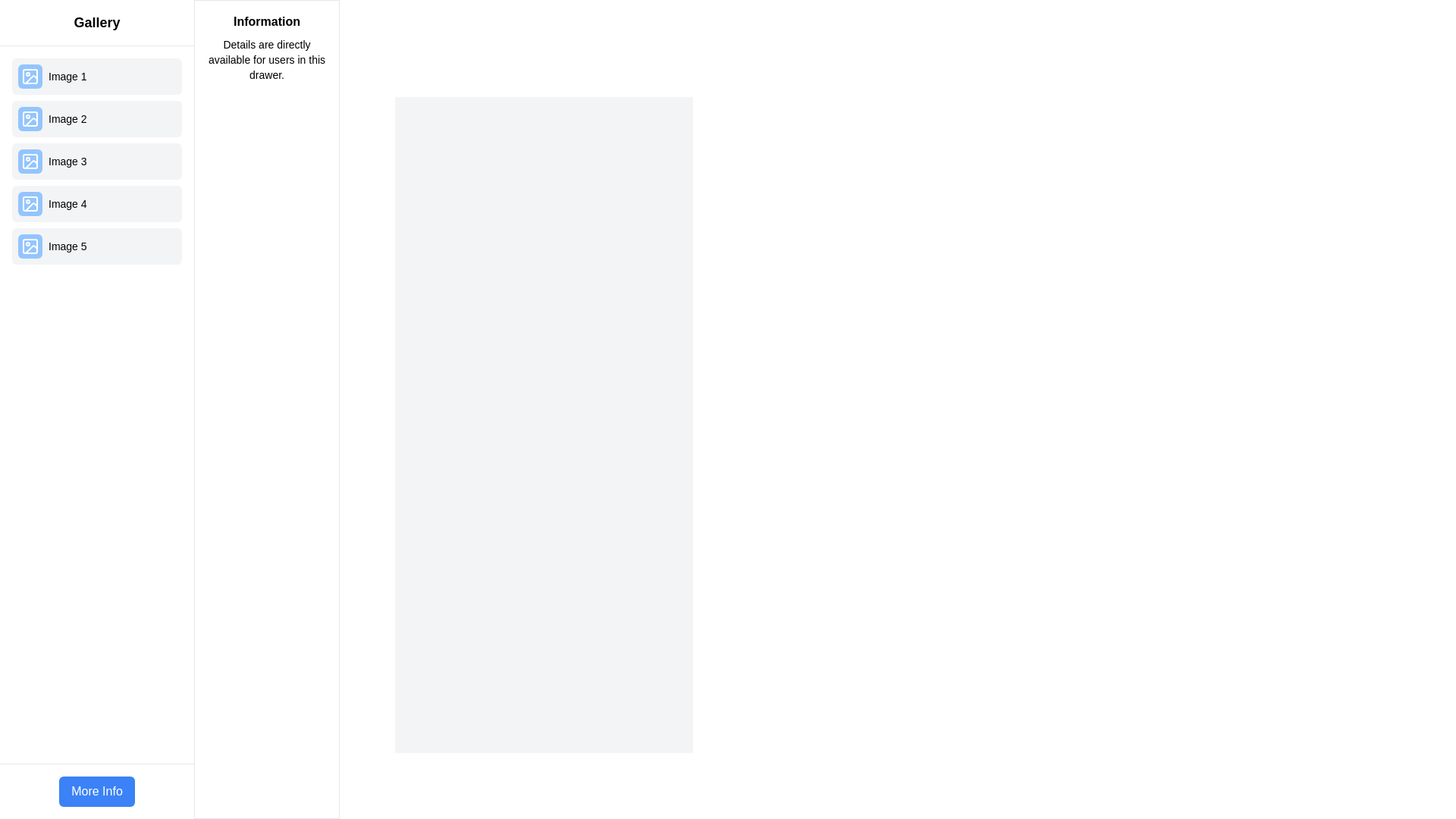 Image resolution: width=1456 pixels, height=819 pixels. I want to click on the decorative rectangle within the second item of the vertical list in the 'Gallery' section, which is part of an icon representing an image, so click(30, 118).